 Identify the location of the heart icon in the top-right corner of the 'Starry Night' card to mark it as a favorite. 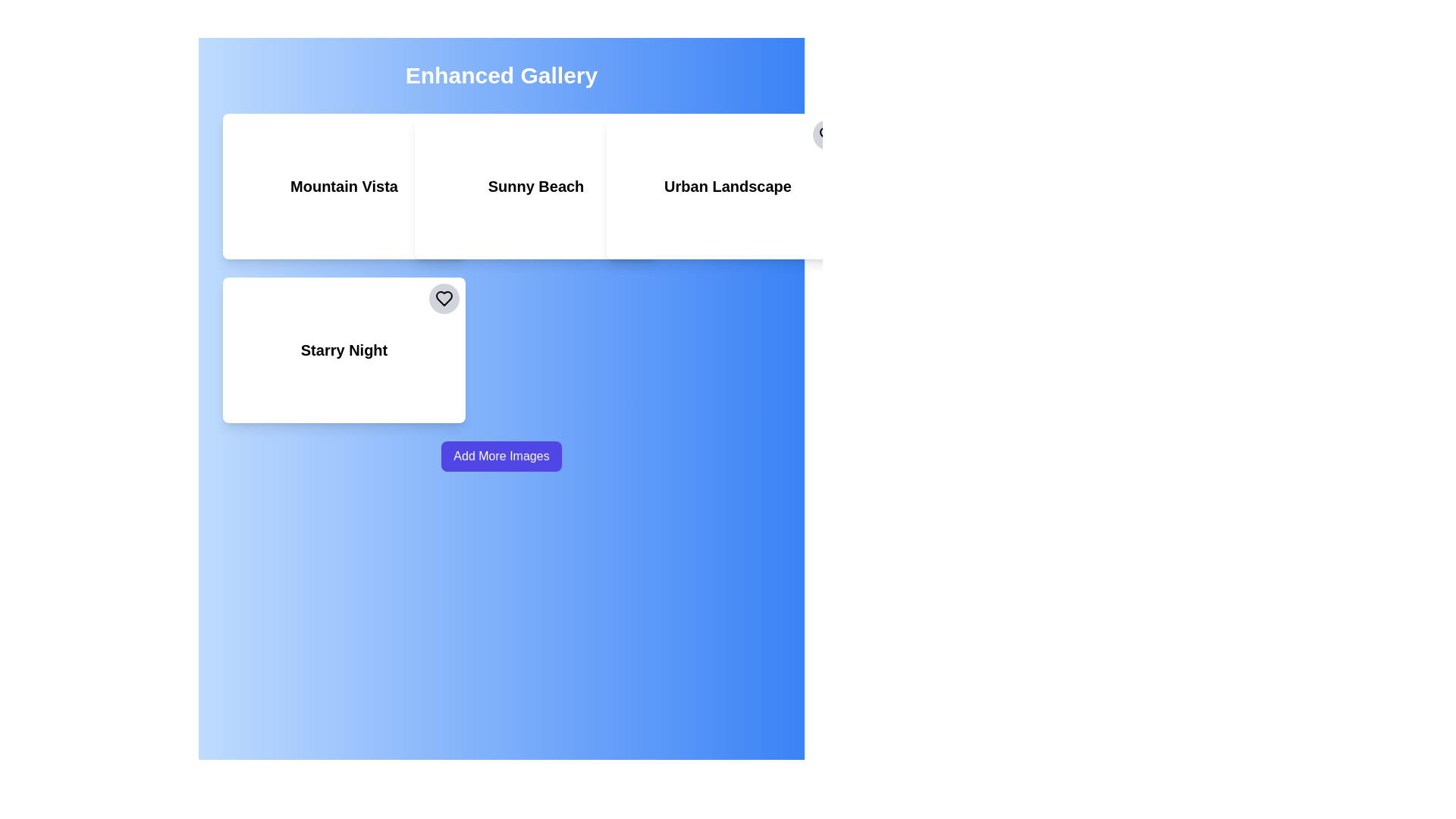
(443, 298).